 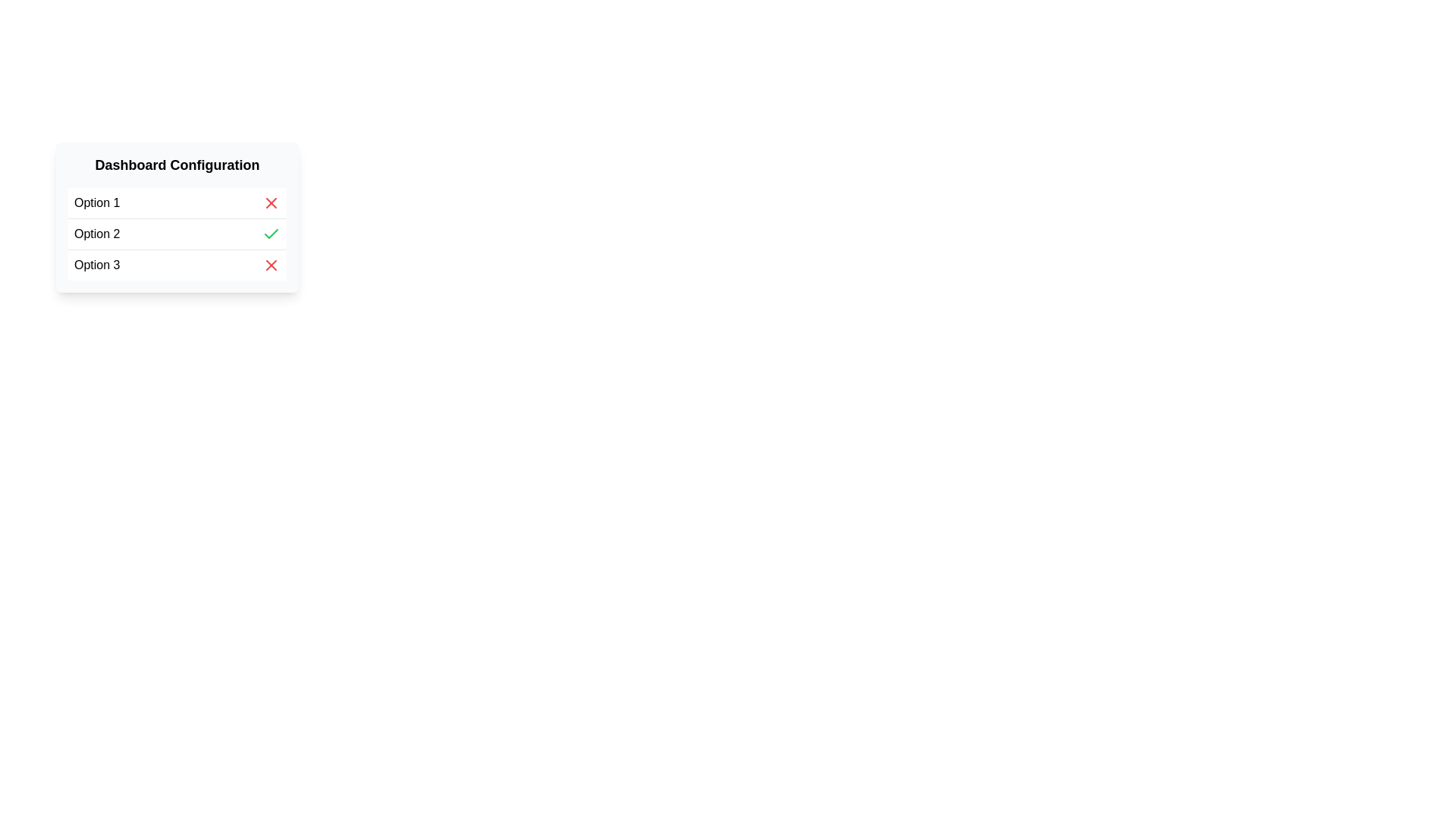 What do you see at coordinates (271, 265) in the screenshot?
I see `the red 'X' icon located to the right of 'Option 3' in the 'Dashboard Configuration' section, which signifies a negative action` at bounding box center [271, 265].